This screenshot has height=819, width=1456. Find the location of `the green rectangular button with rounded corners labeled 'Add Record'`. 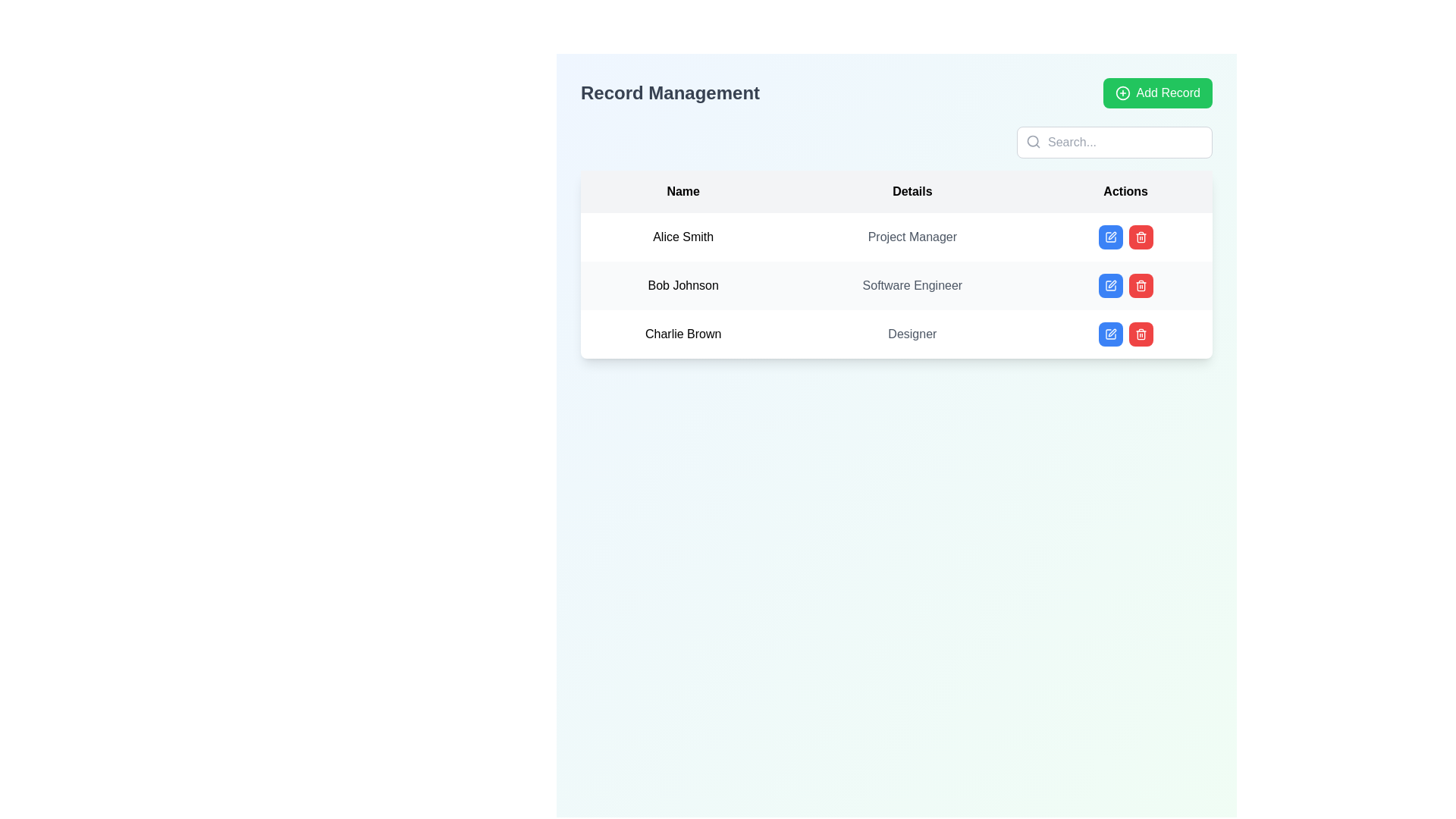

the green rectangular button with rounded corners labeled 'Add Record' is located at coordinates (1156, 93).